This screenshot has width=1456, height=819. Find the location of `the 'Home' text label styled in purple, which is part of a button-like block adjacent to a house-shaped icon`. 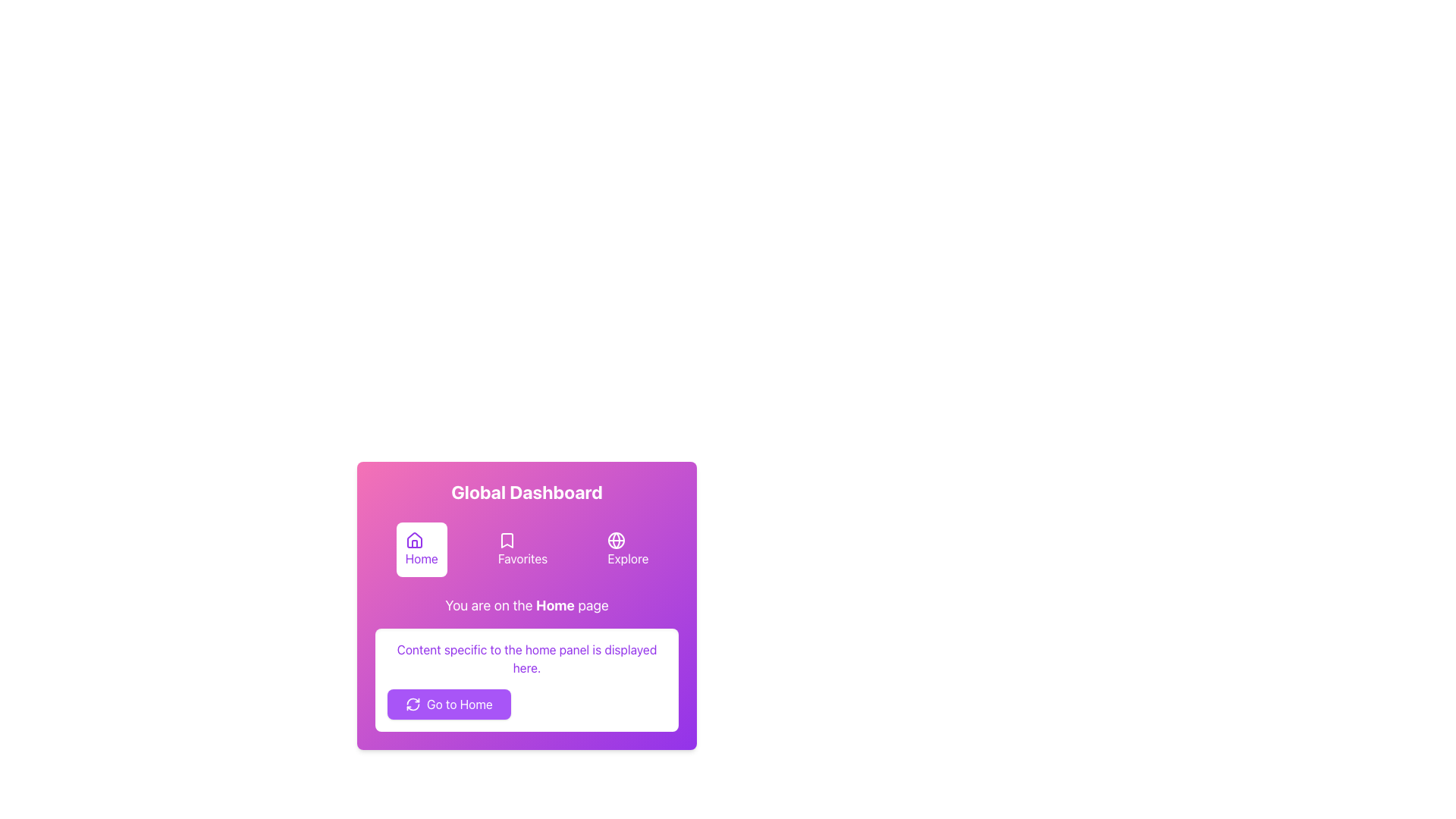

the 'Home' text label styled in purple, which is part of a button-like block adjacent to a house-shaped icon is located at coordinates (422, 558).